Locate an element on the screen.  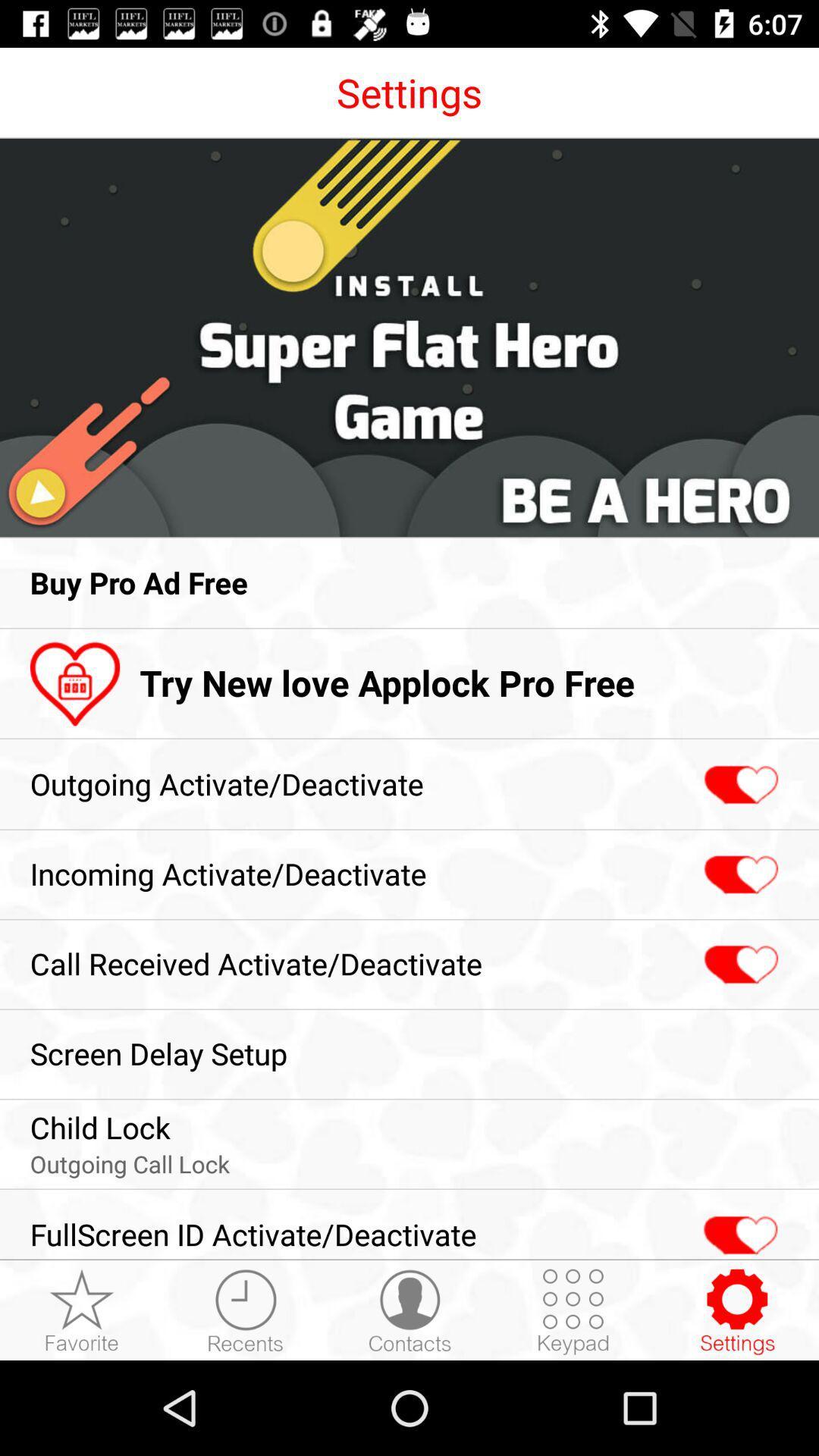
the favorite icon is located at coordinates (738, 1227).